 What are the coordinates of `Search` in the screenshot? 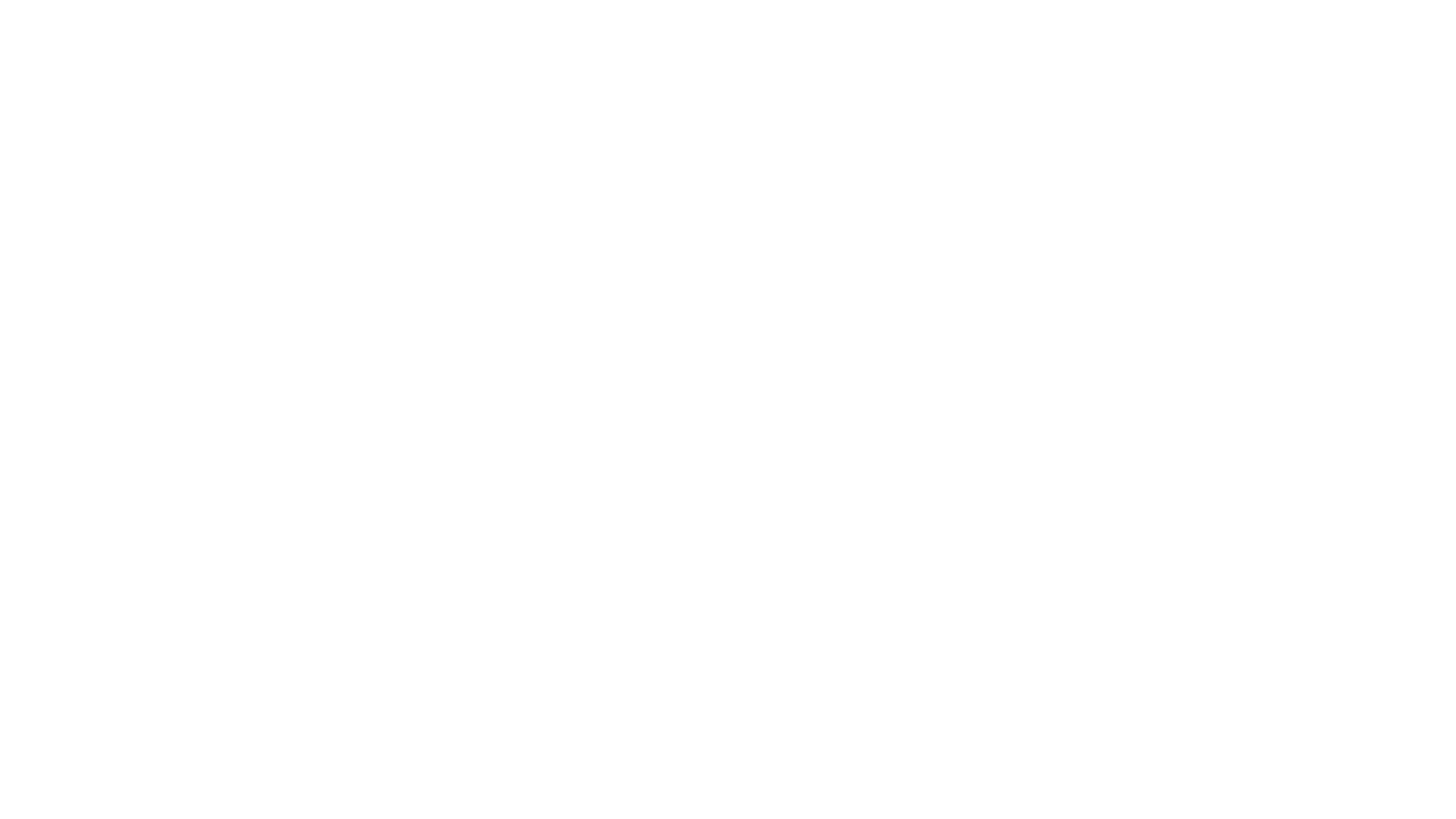 It's located at (1051, 382).